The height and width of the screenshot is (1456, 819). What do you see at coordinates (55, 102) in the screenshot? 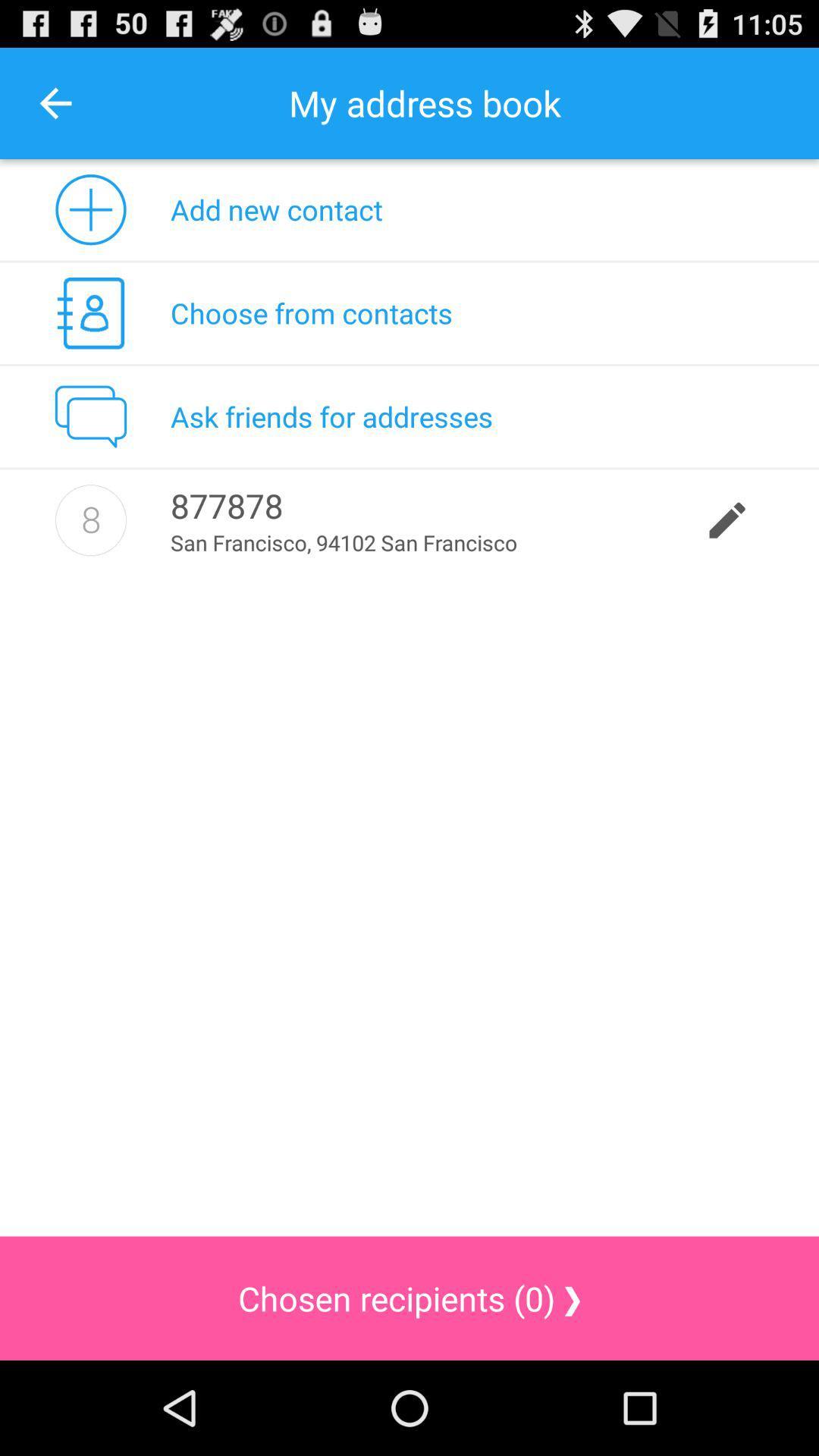
I see `previous` at bounding box center [55, 102].